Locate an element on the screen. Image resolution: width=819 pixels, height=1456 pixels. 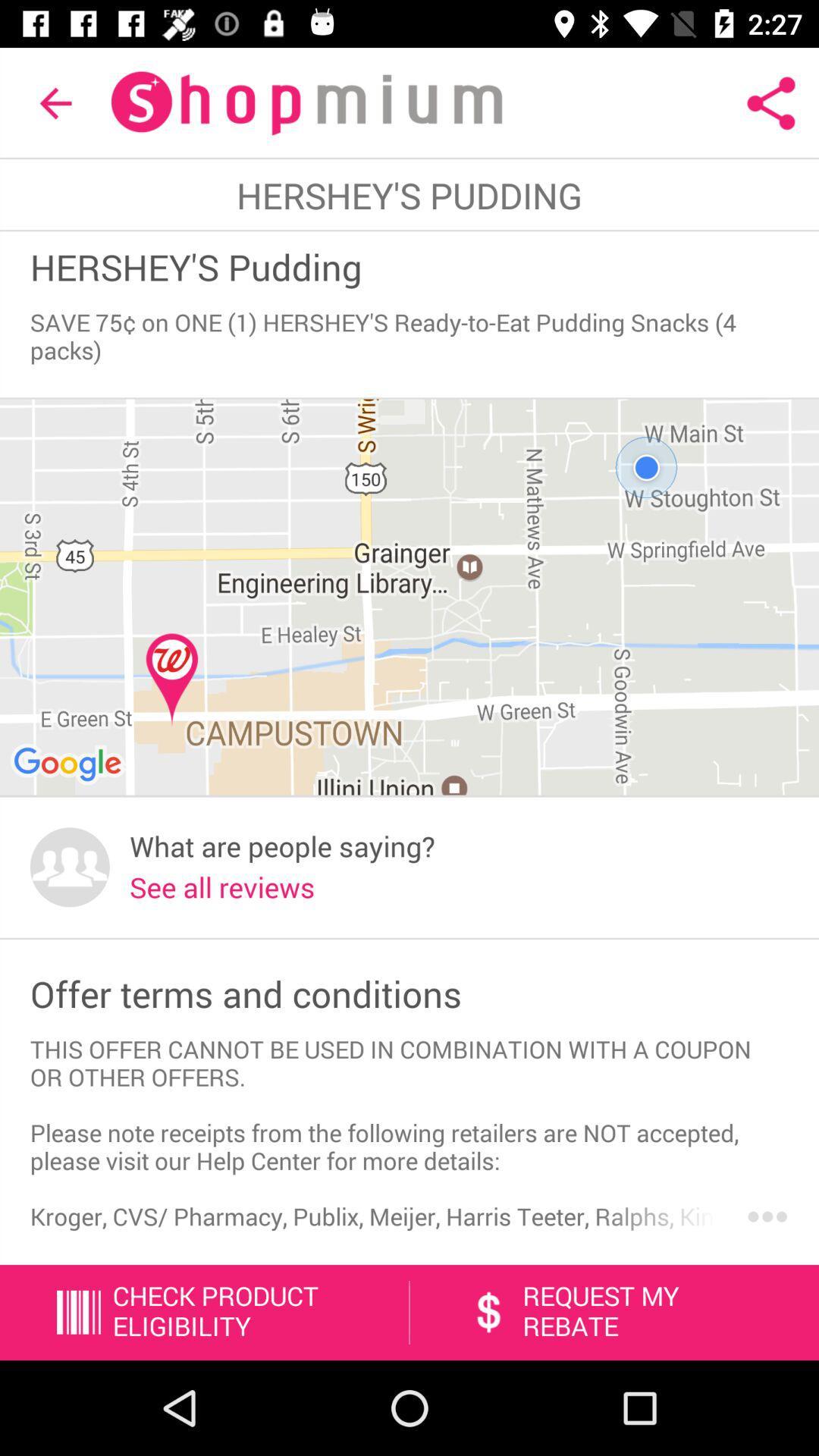
item above hershey's pudding is located at coordinates (55, 102).